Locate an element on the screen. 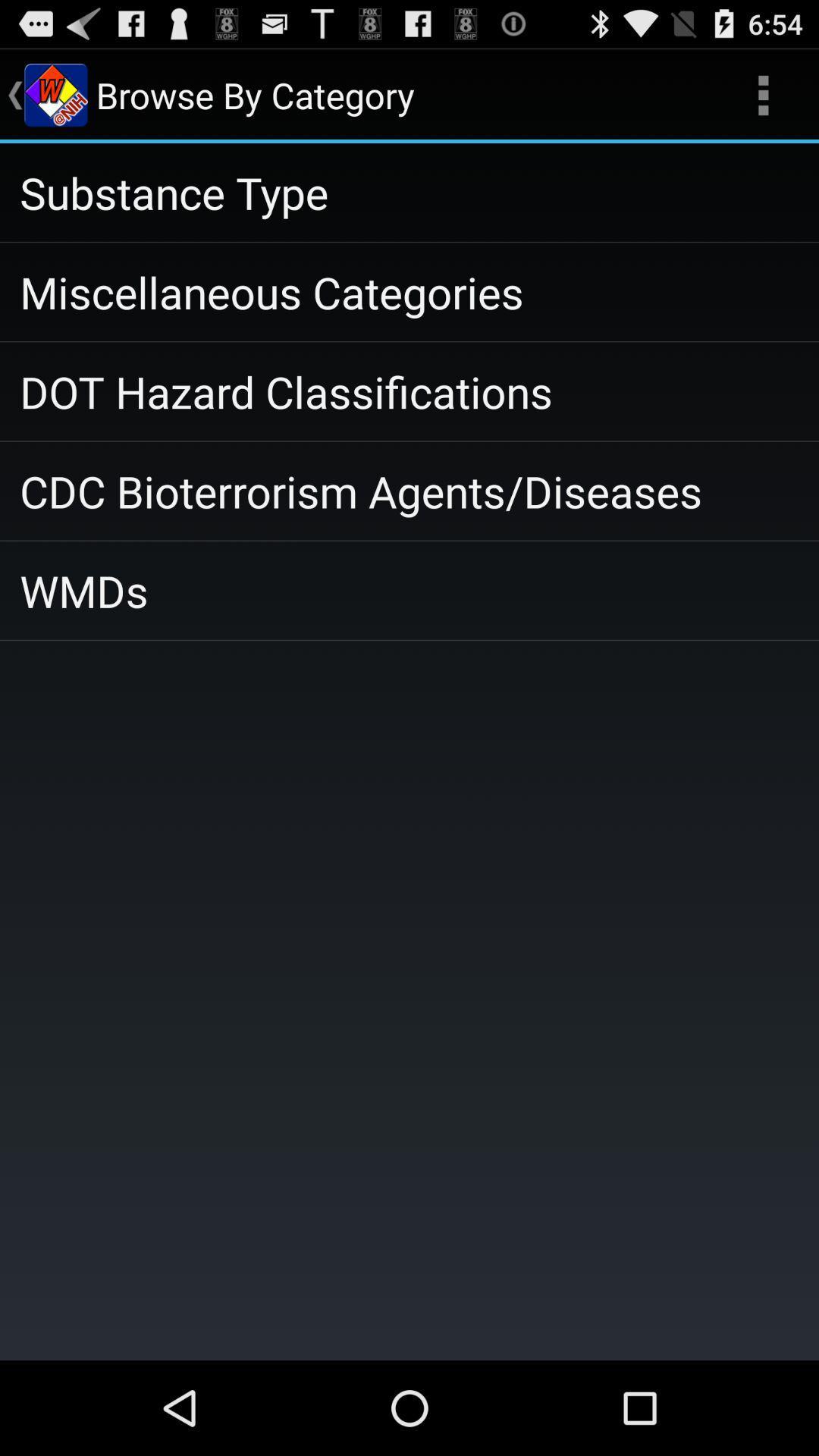 This screenshot has height=1456, width=819. item next to browse by category item is located at coordinates (763, 94).